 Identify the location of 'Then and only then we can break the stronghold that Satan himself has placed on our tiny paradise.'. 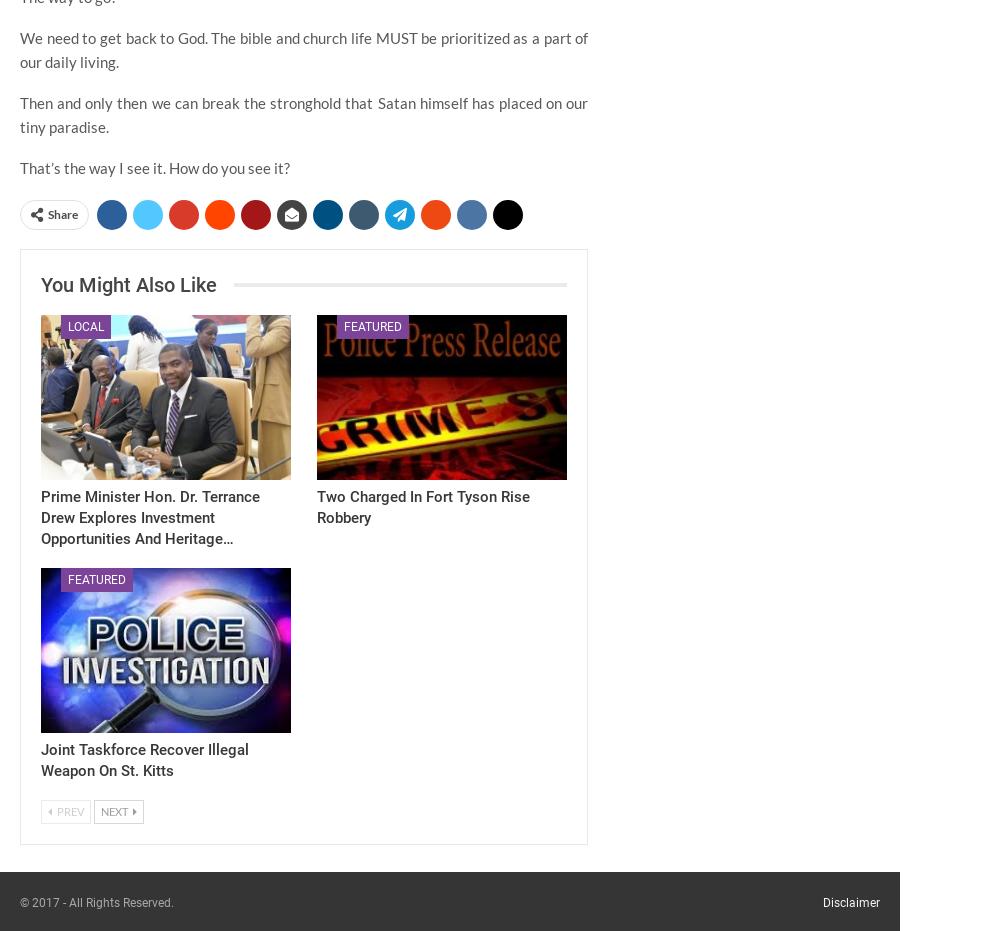
(18, 113).